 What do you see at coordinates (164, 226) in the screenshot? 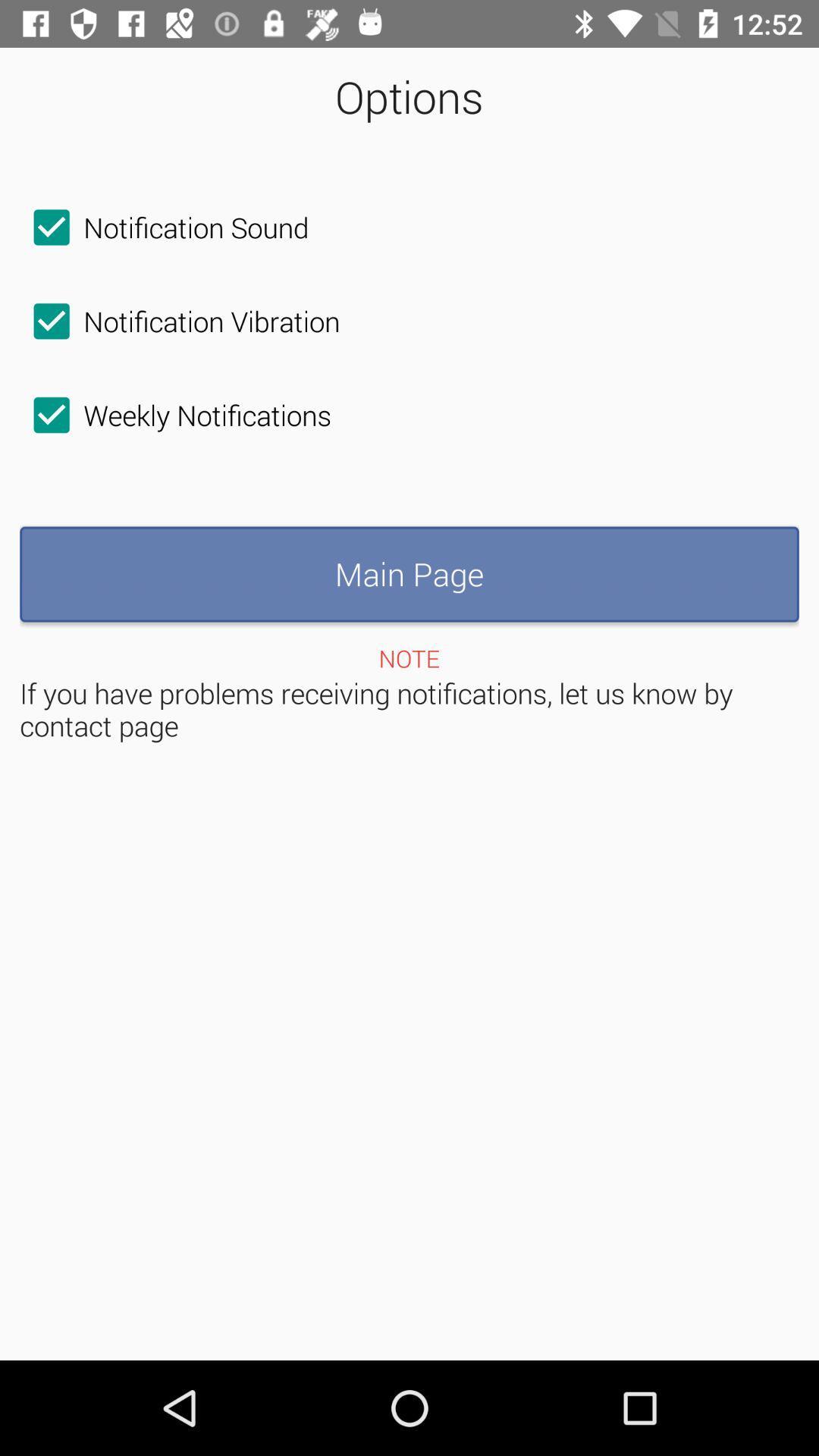
I see `the notification sound item` at bounding box center [164, 226].